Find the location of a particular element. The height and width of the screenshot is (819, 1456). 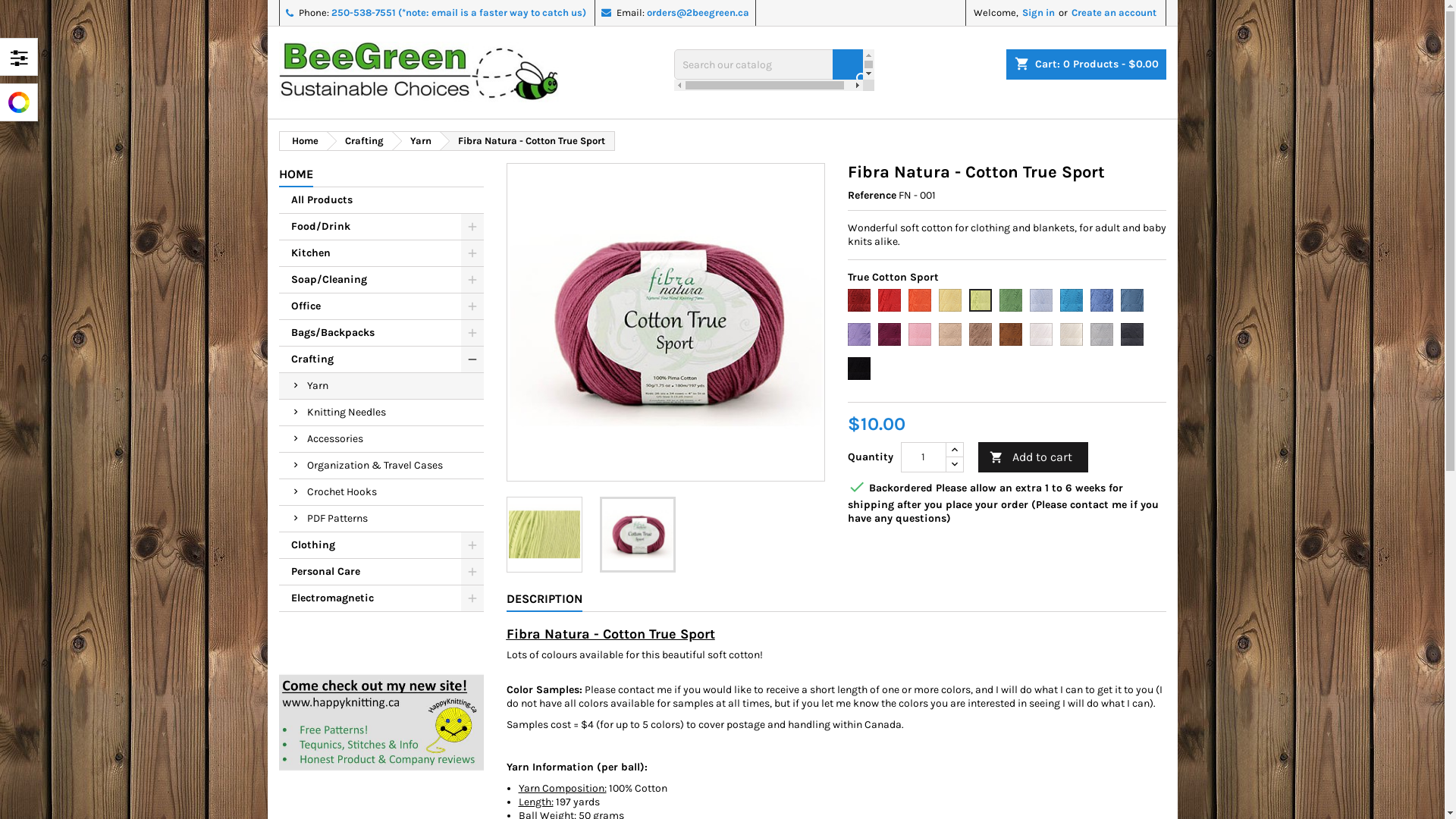

'shopping_cart is located at coordinates (1005, 63).